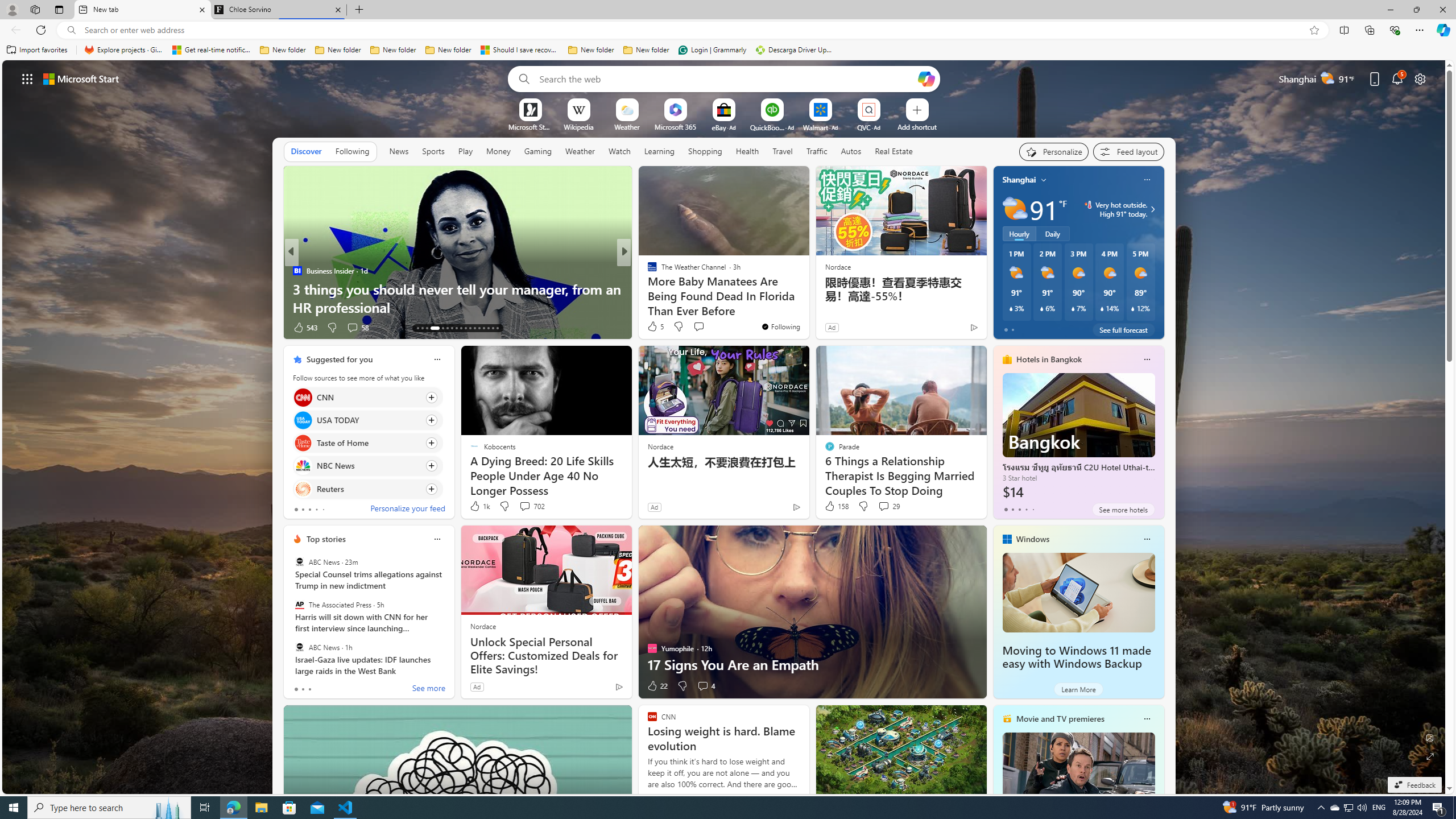 The height and width of the screenshot is (819, 1456). Describe the element at coordinates (647, 270) in the screenshot. I see `'BuzzFeed'` at that location.